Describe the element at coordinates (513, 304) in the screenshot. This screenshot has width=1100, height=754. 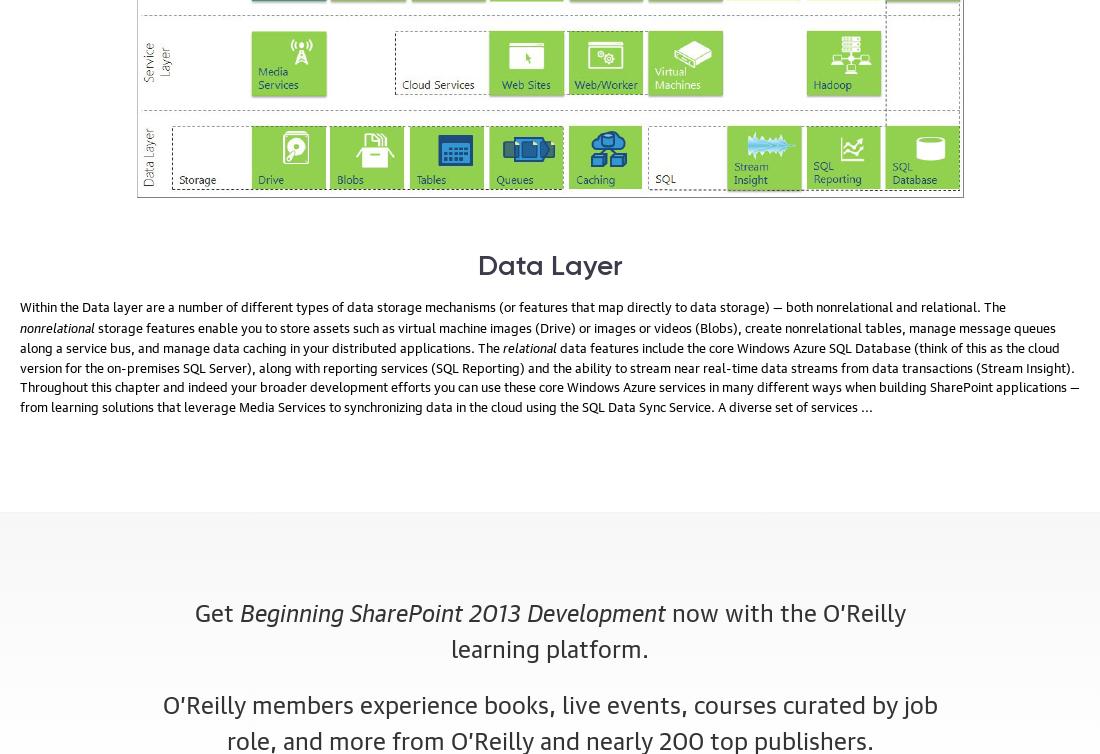
I see `'Within the Data layer are a number of different types of data storage mechanisms (or features that map directly to data storage) — both nonrelational and relational. The'` at that location.